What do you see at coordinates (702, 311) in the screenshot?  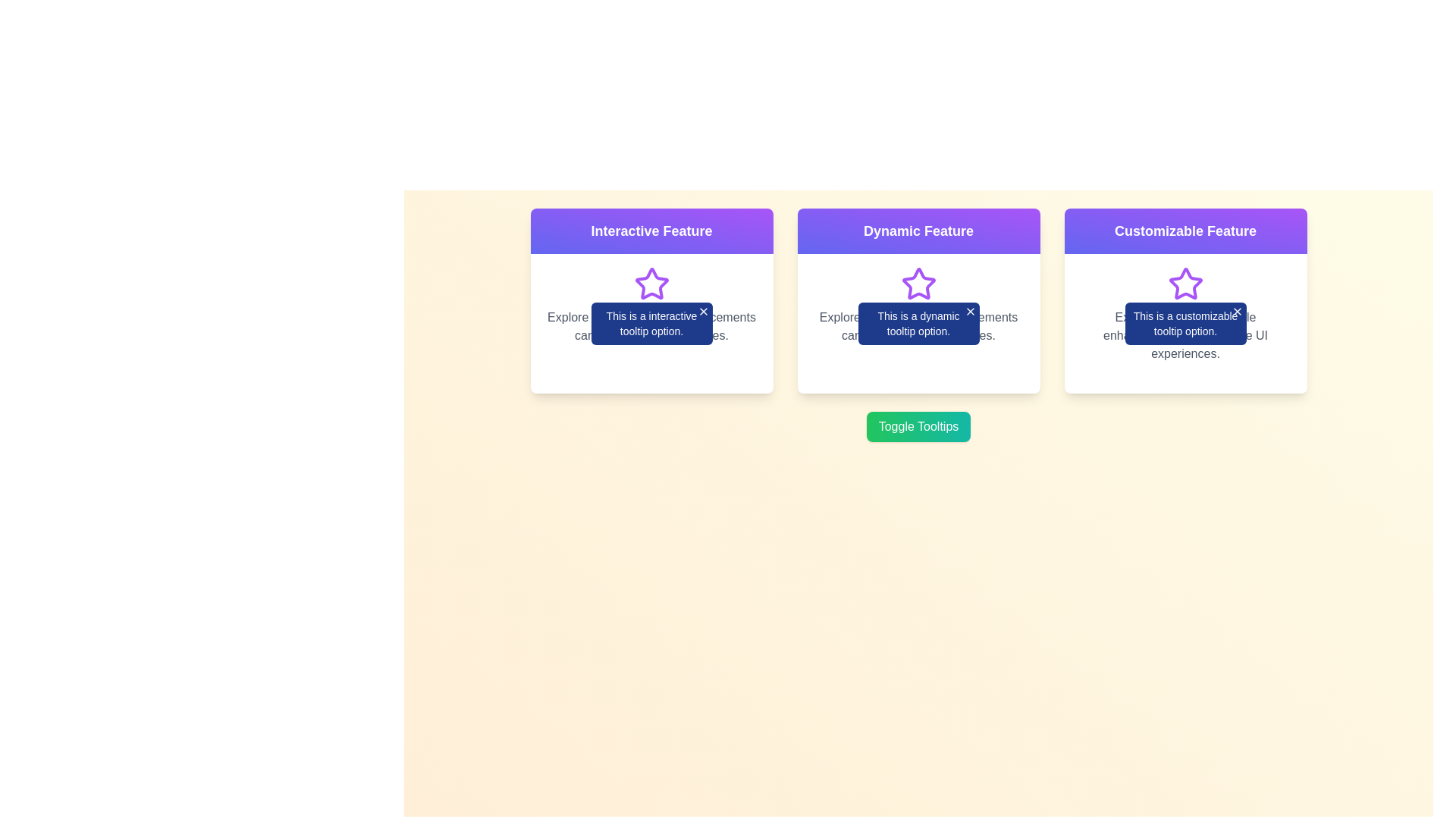 I see `the close icon button (small 'X' icon) located in the top-right corner of the tooltip labeled 'This is a interactive tooltip option'` at bounding box center [702, 311].